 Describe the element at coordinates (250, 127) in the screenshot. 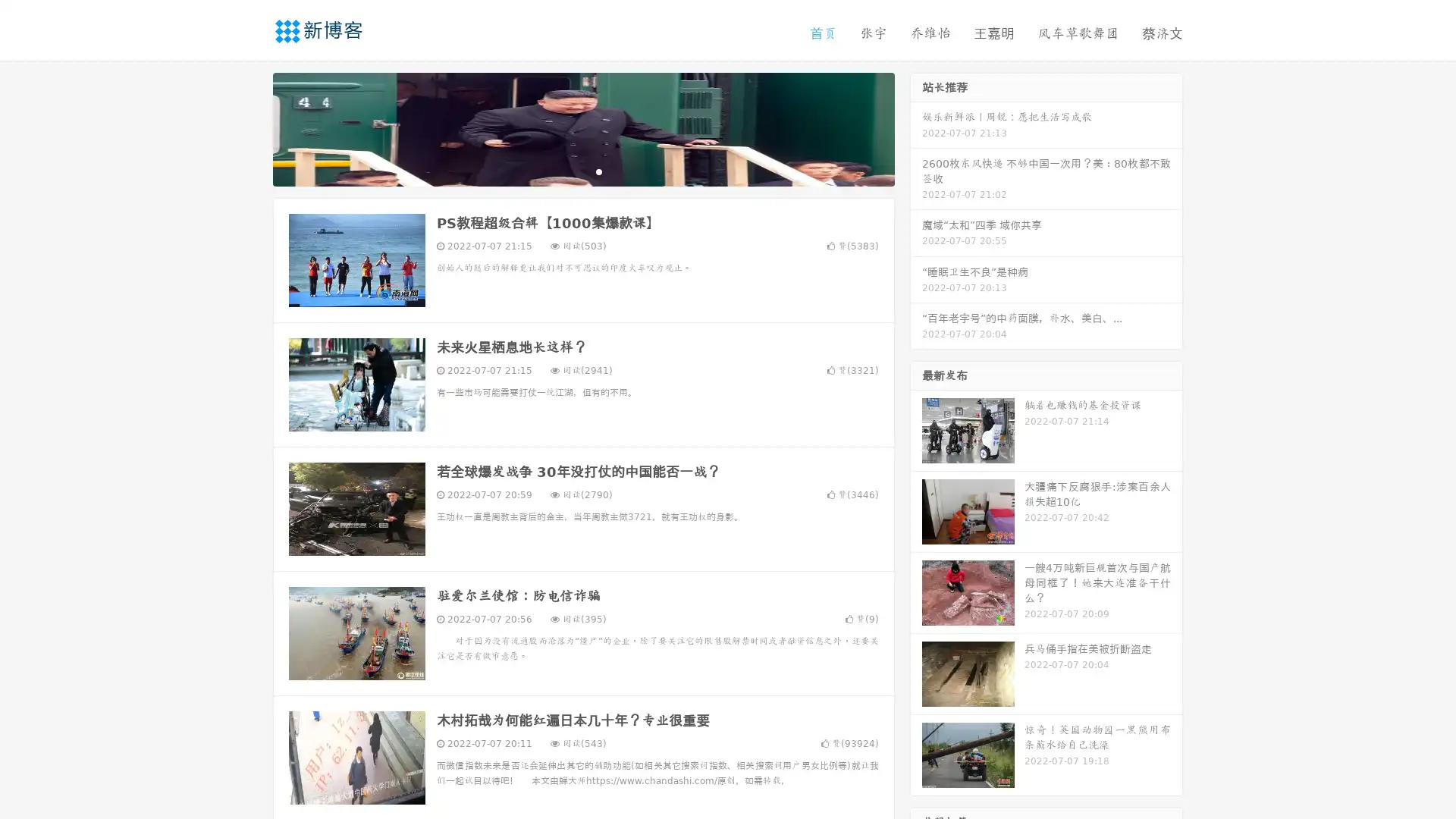

I see `Previous slide` at that location.